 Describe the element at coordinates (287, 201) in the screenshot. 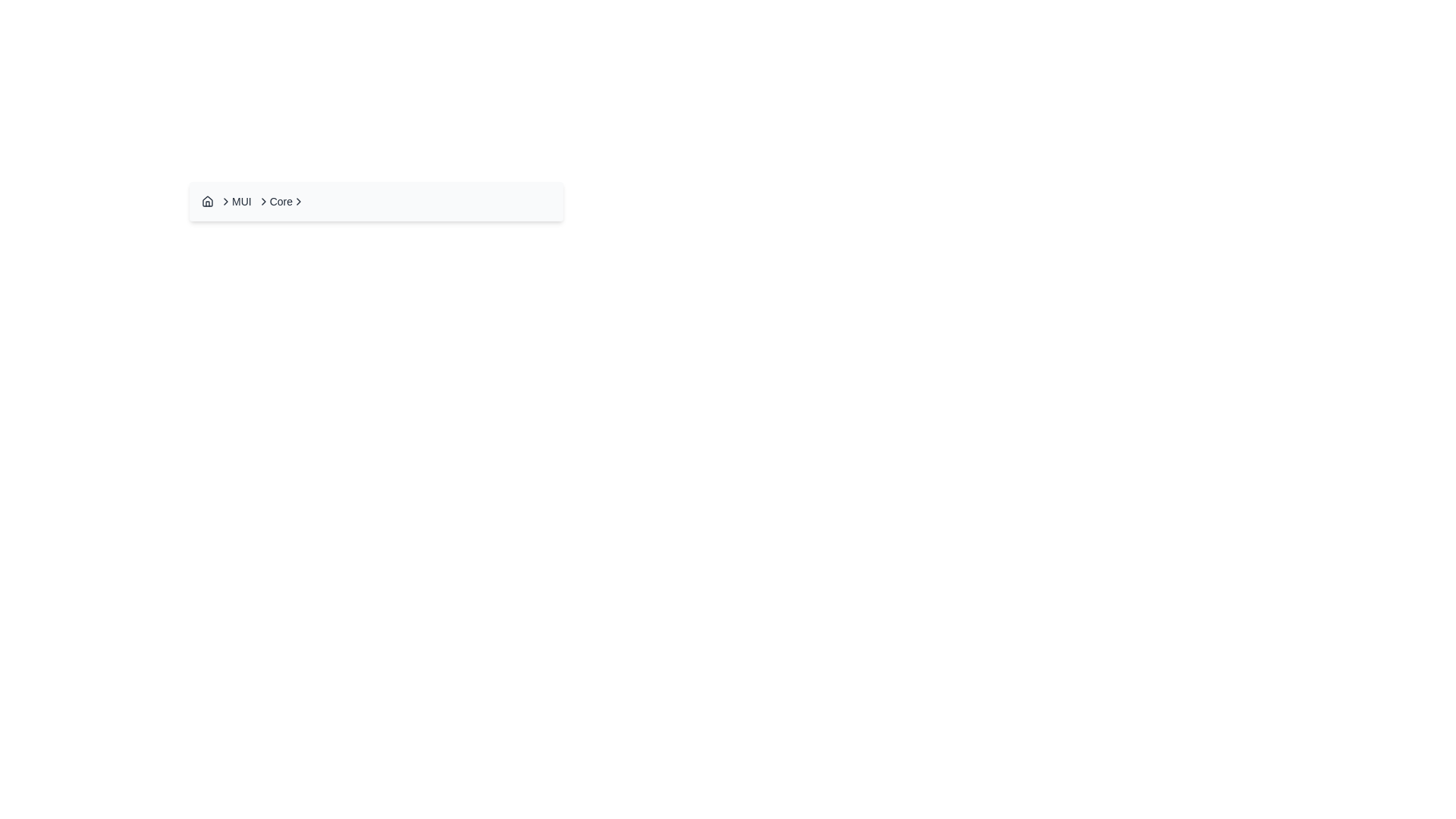

I see `the 'Core' breadcrumb link in the breadcrumb navigation interface` at that location.